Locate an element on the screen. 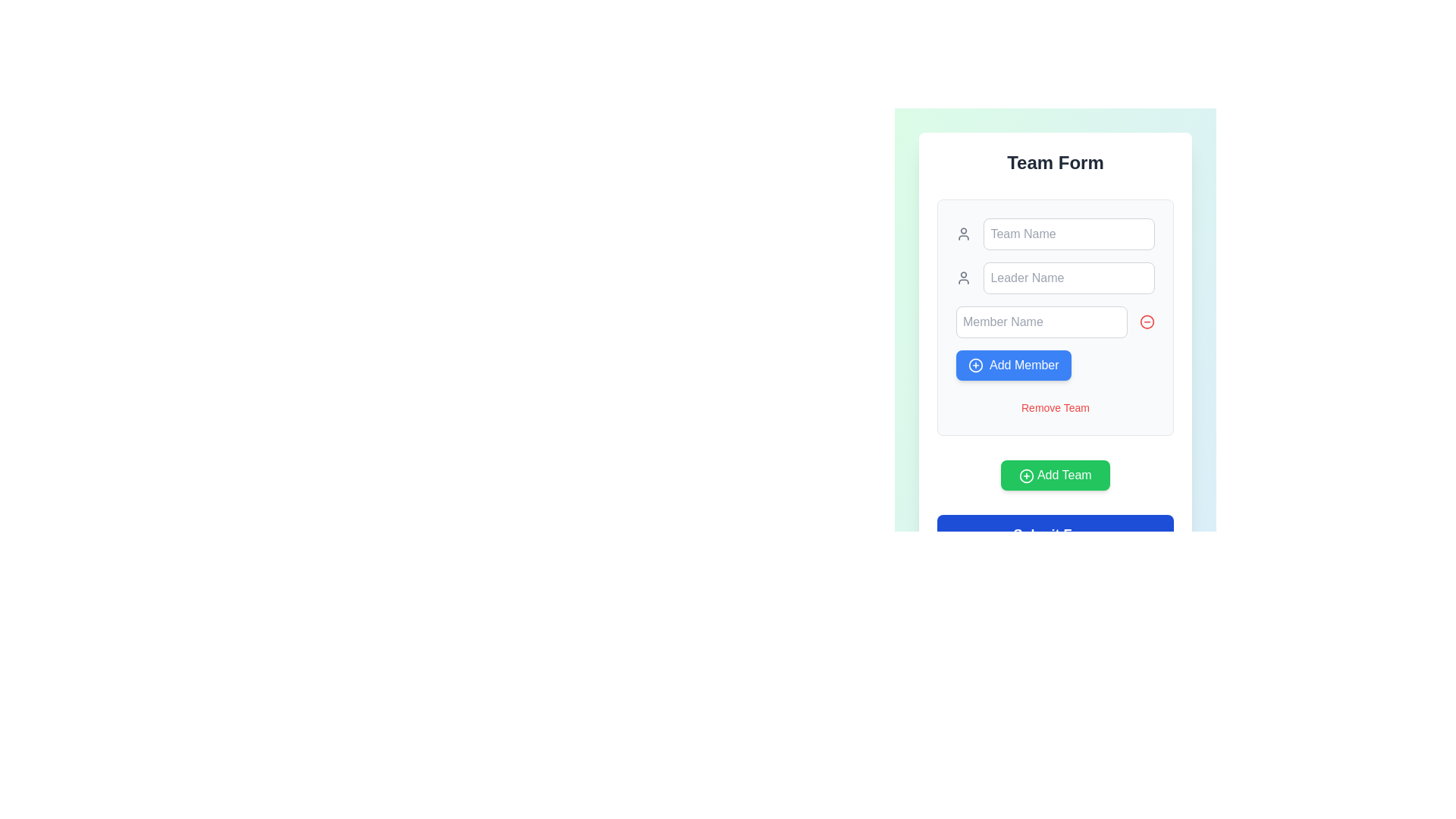 The image size is (1456, 819). the clickable text link for 'Remove Team', which is positioned below the 'Add Member' button and above the 'Add Team' button is located at coordinates (1055, 406).